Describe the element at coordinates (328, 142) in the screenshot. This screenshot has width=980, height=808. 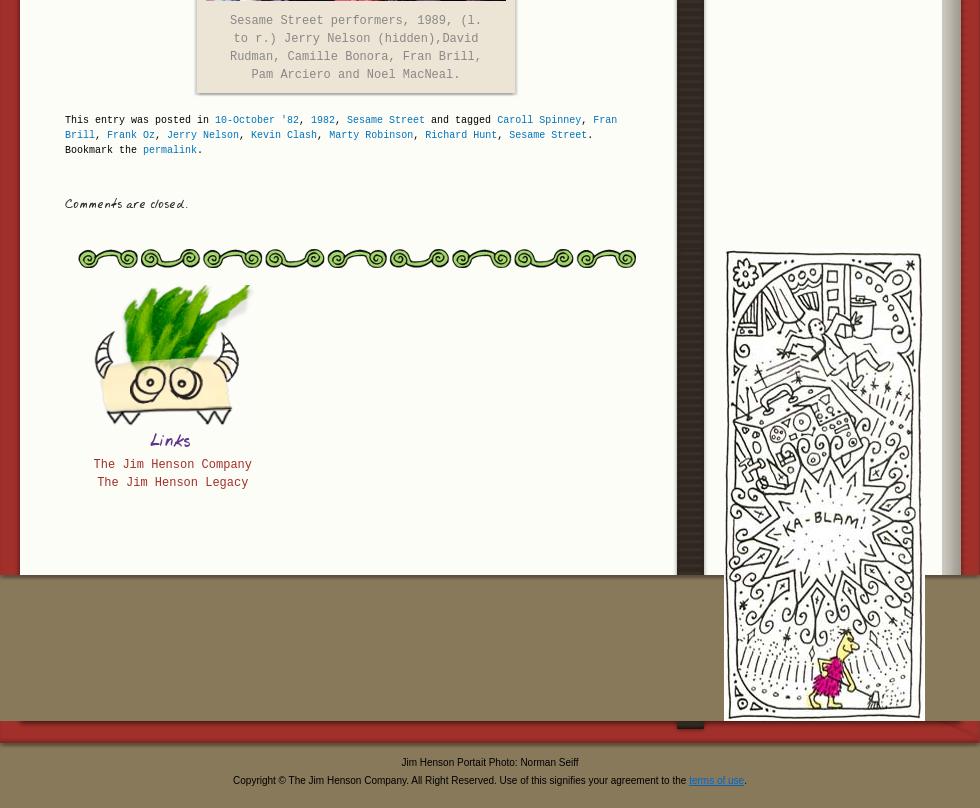
I see `'. Bookmark the'` at that location.